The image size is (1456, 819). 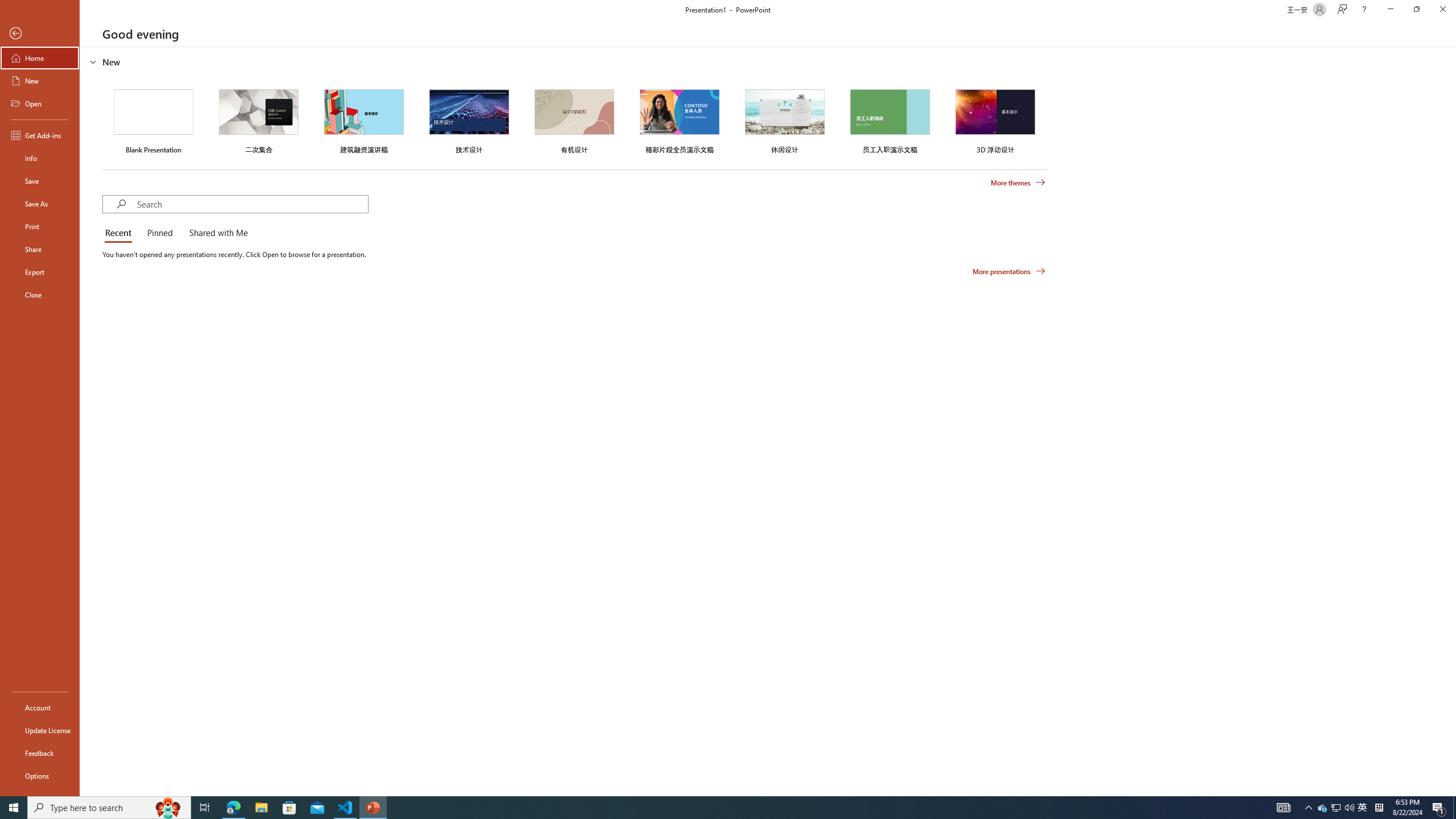 I want to click on 'Hide or show region', so click(x=93, y=61).